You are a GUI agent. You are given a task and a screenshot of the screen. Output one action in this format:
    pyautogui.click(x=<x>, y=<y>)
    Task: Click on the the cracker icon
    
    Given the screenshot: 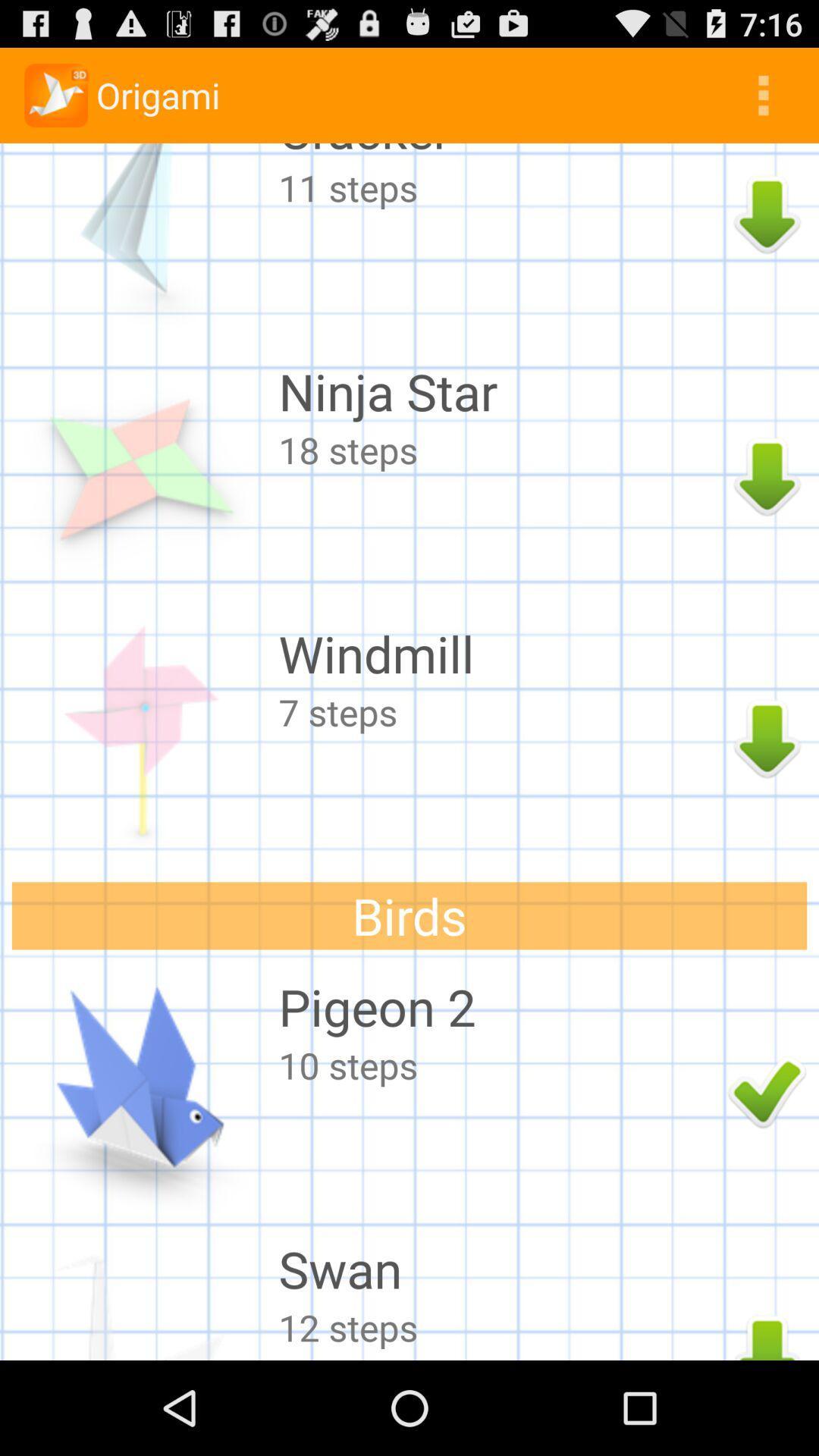 What is the action you would take?
    pyautogui.click(x=499, y=153)
    